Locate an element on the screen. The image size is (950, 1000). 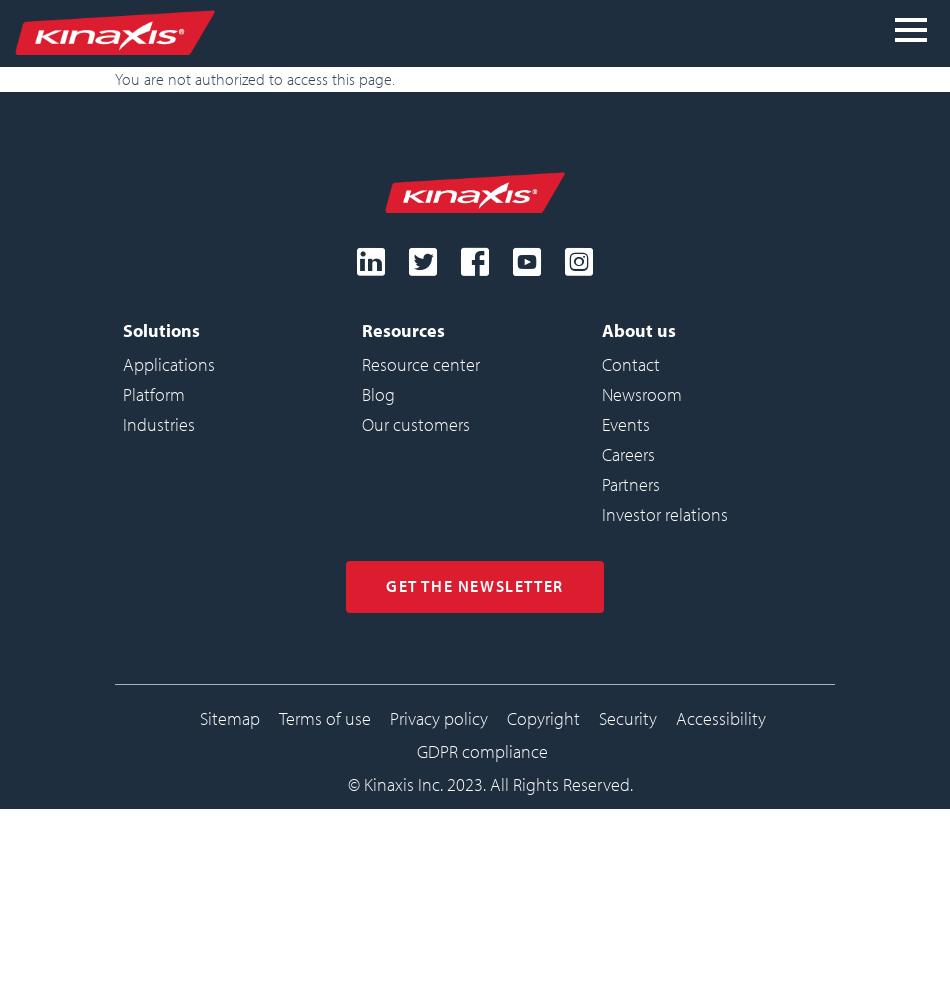
'Newsroom' is located at coordinates (600, 393).